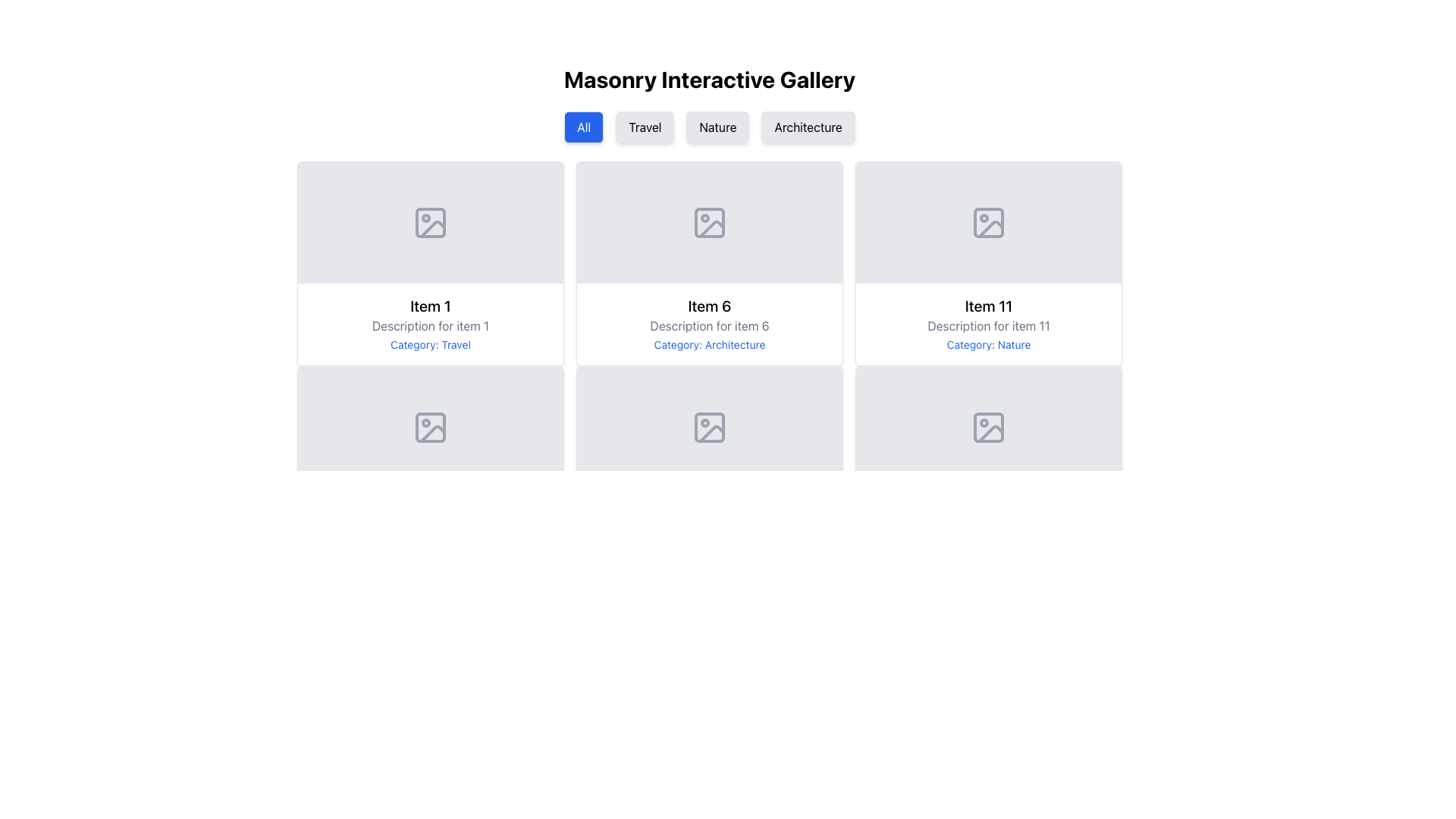 The width and height of the screenshot is (1456, 819). I want to click on the category text 'Category: Architecture' within the Text Display Block for Item 6, so click(709, 324).